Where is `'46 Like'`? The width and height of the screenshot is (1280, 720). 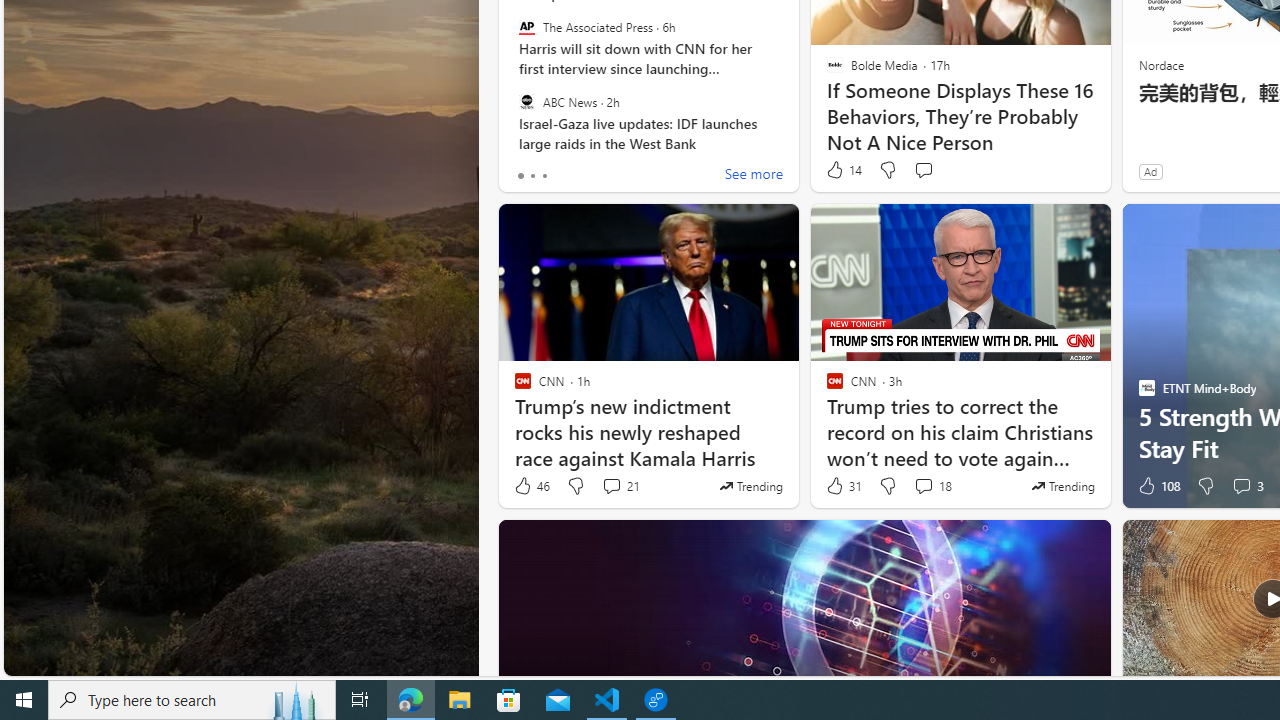
'46 Like' is located at coordinates (531, 486).